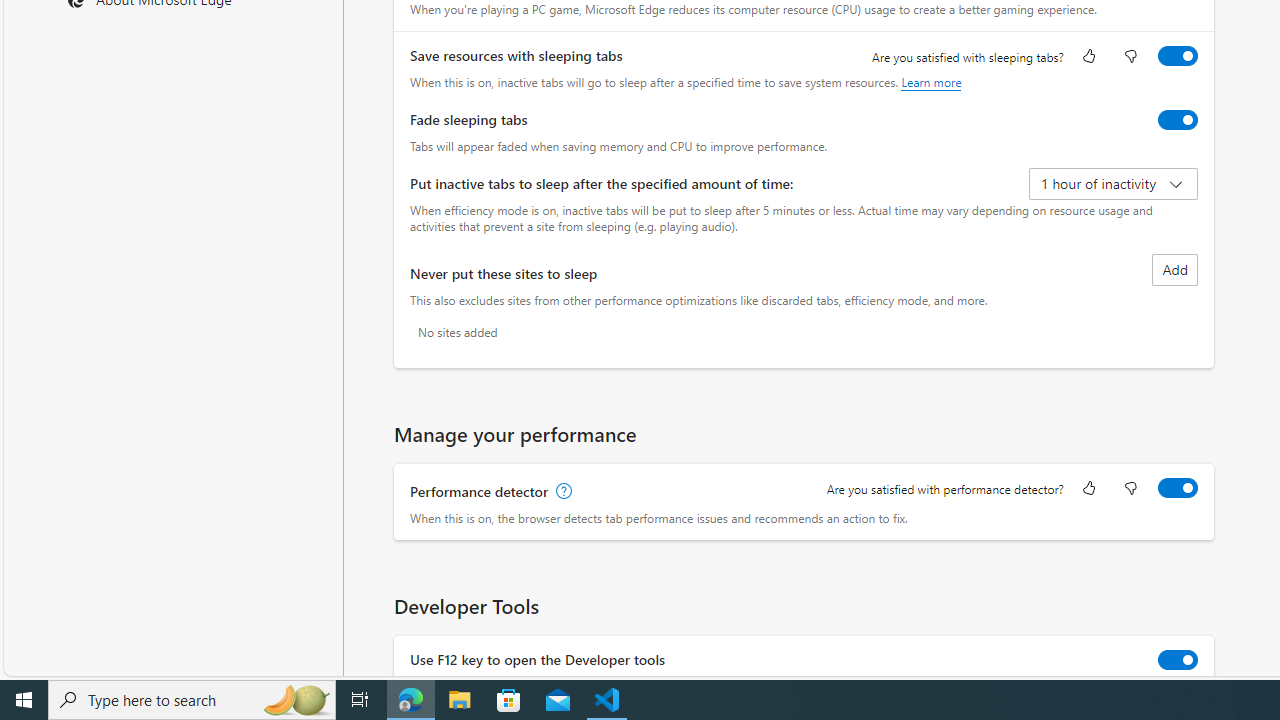 The height and width of the screenshot is (720, 1280). I want to click on 'Add site to never put these sites to sleep list', so click(1175, 270).